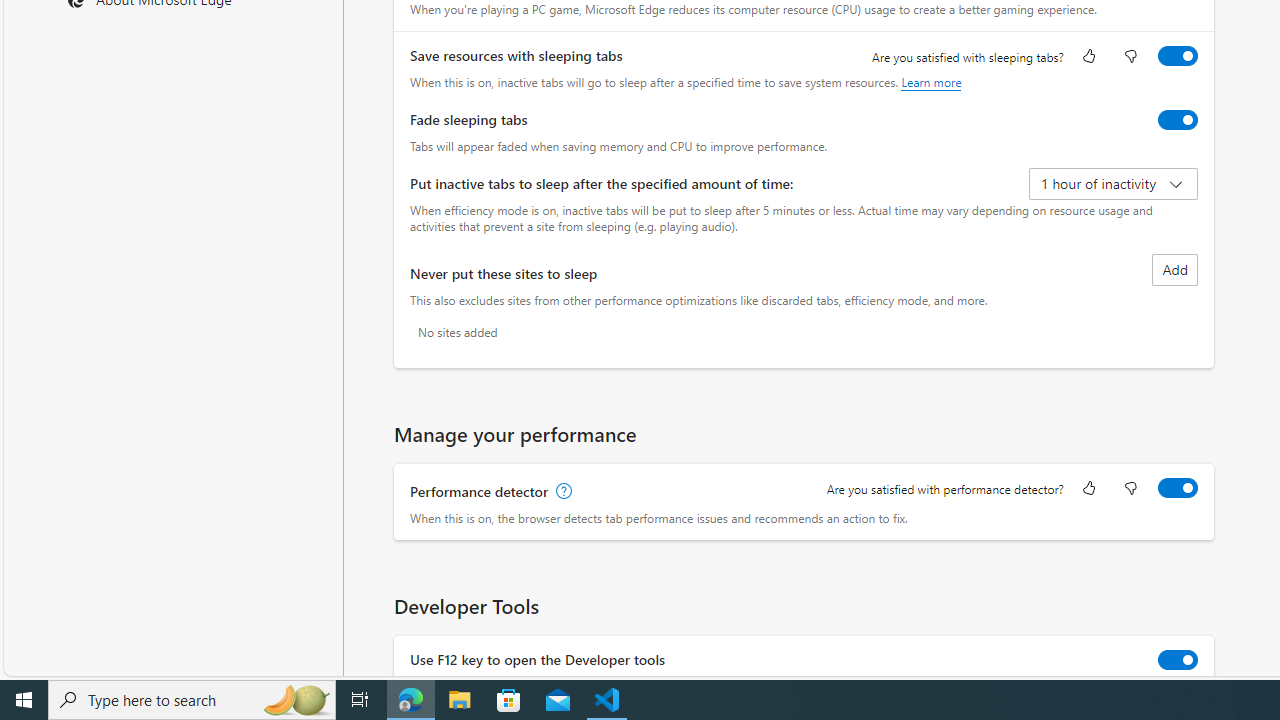 The height and width of the screenshot is (720, 1280). I want to click on 'Add site to never put these sites to sleep list', so click(1175, 270).